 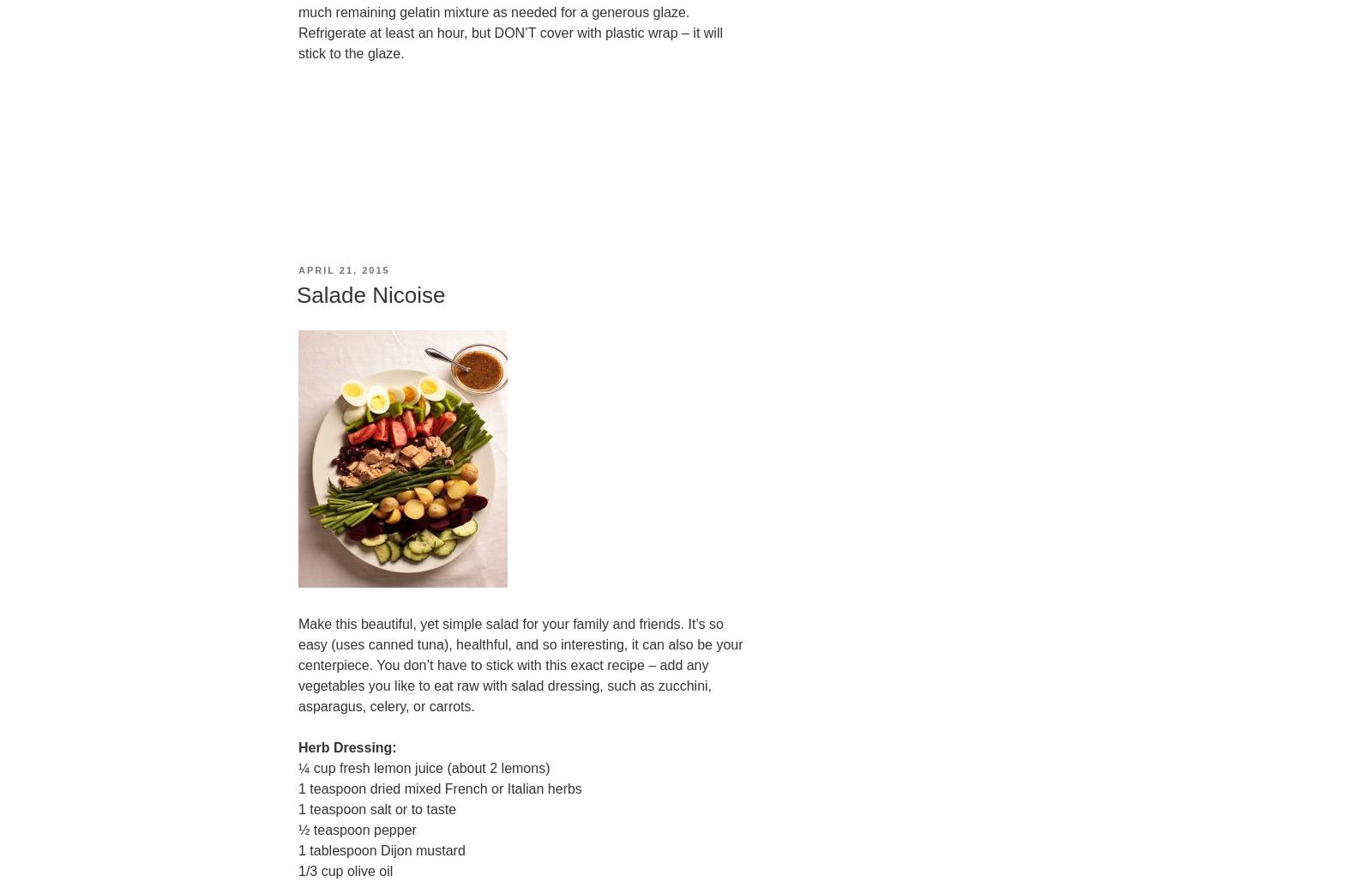 I want to click on '¼ cup fresh lemon juice (about 2 lemons)', so click(x=423, y=767).